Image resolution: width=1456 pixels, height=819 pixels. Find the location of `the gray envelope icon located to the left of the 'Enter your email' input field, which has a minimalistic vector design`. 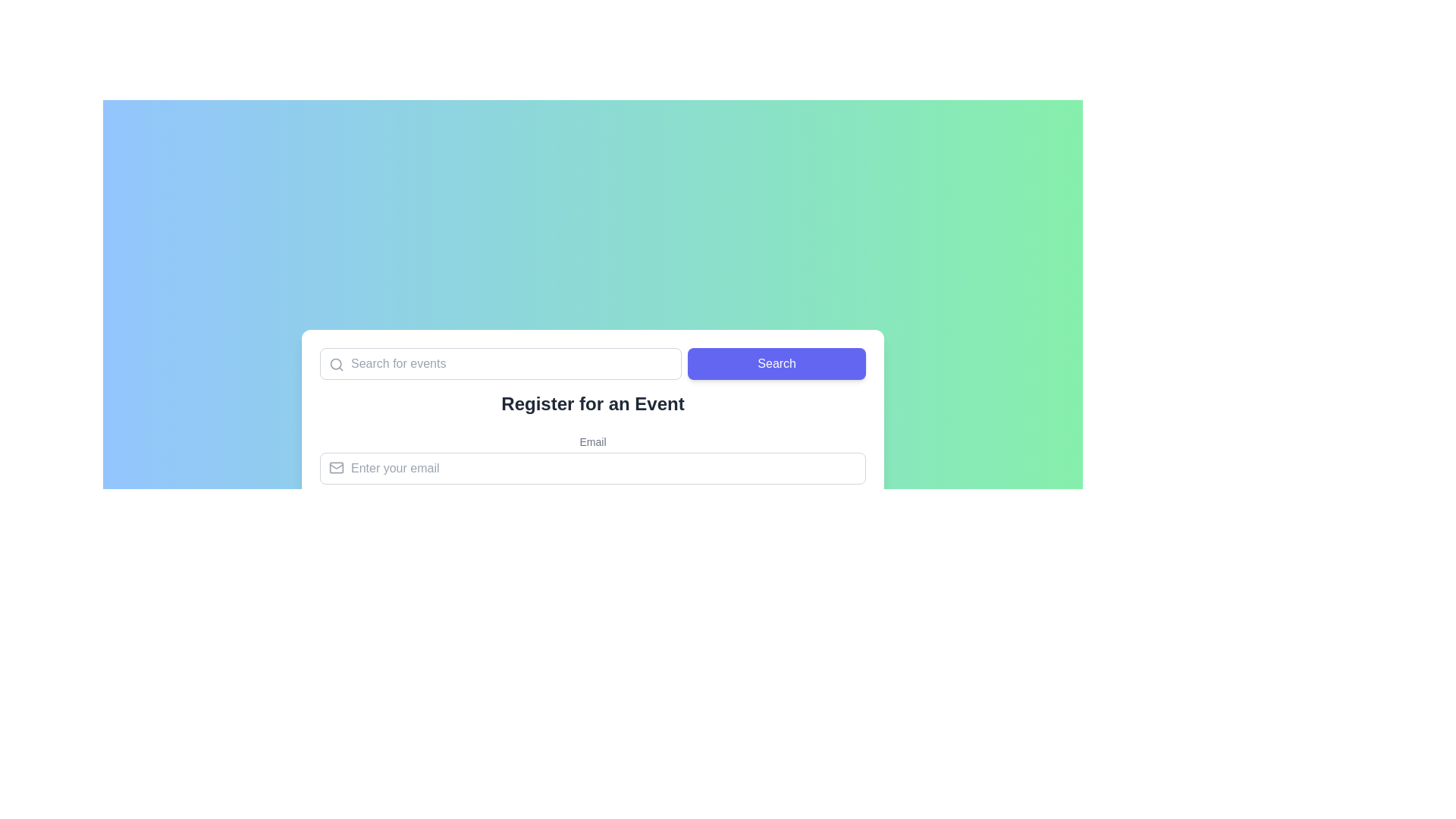

the gray envelope icon located to the left of the 'Enter your email' input field, which has a minimalistic vector design is located at coordinates (336, 467).